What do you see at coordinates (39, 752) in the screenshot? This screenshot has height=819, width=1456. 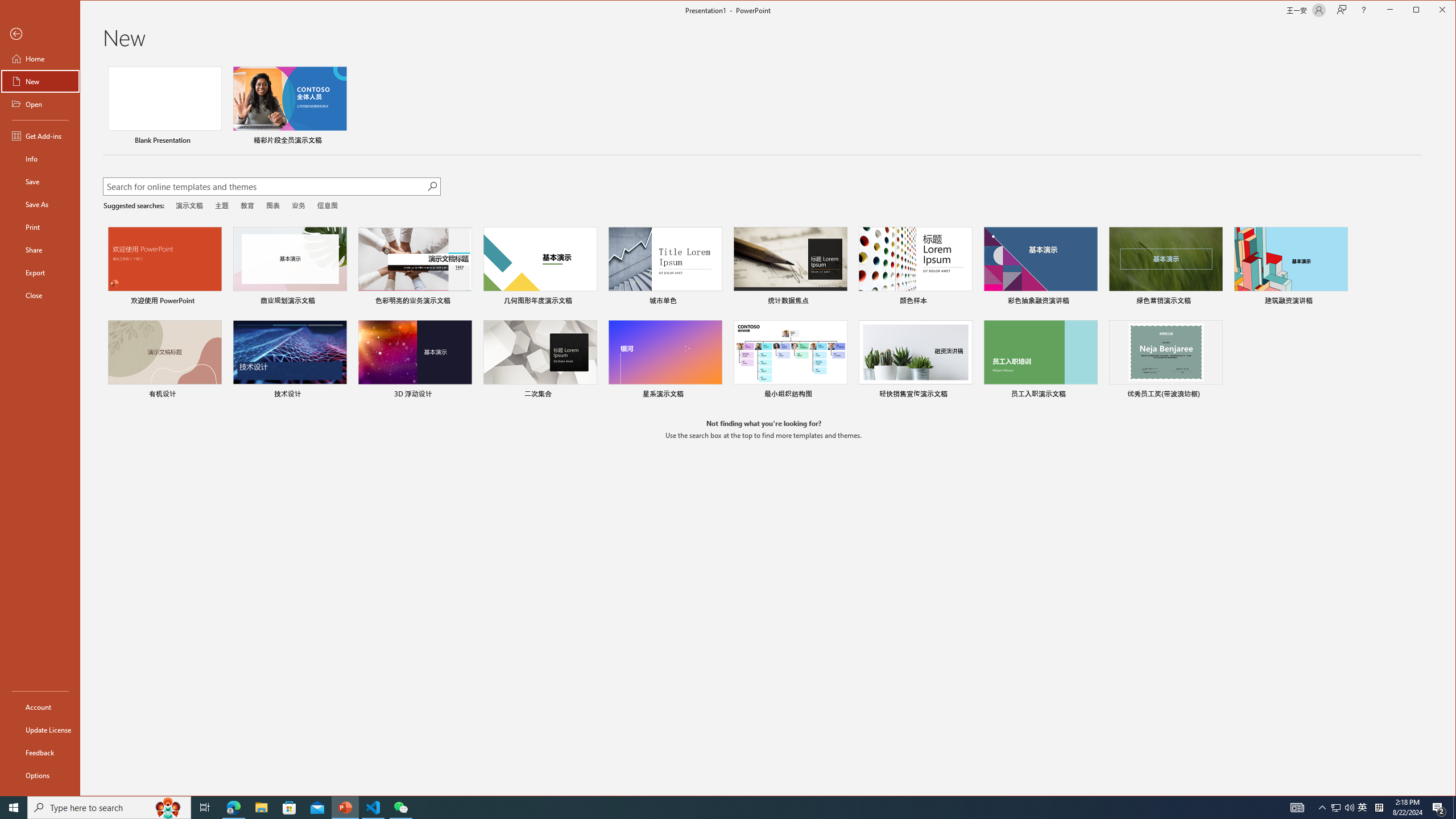 I see `'Feedback'` at bounding box center [39, 752].